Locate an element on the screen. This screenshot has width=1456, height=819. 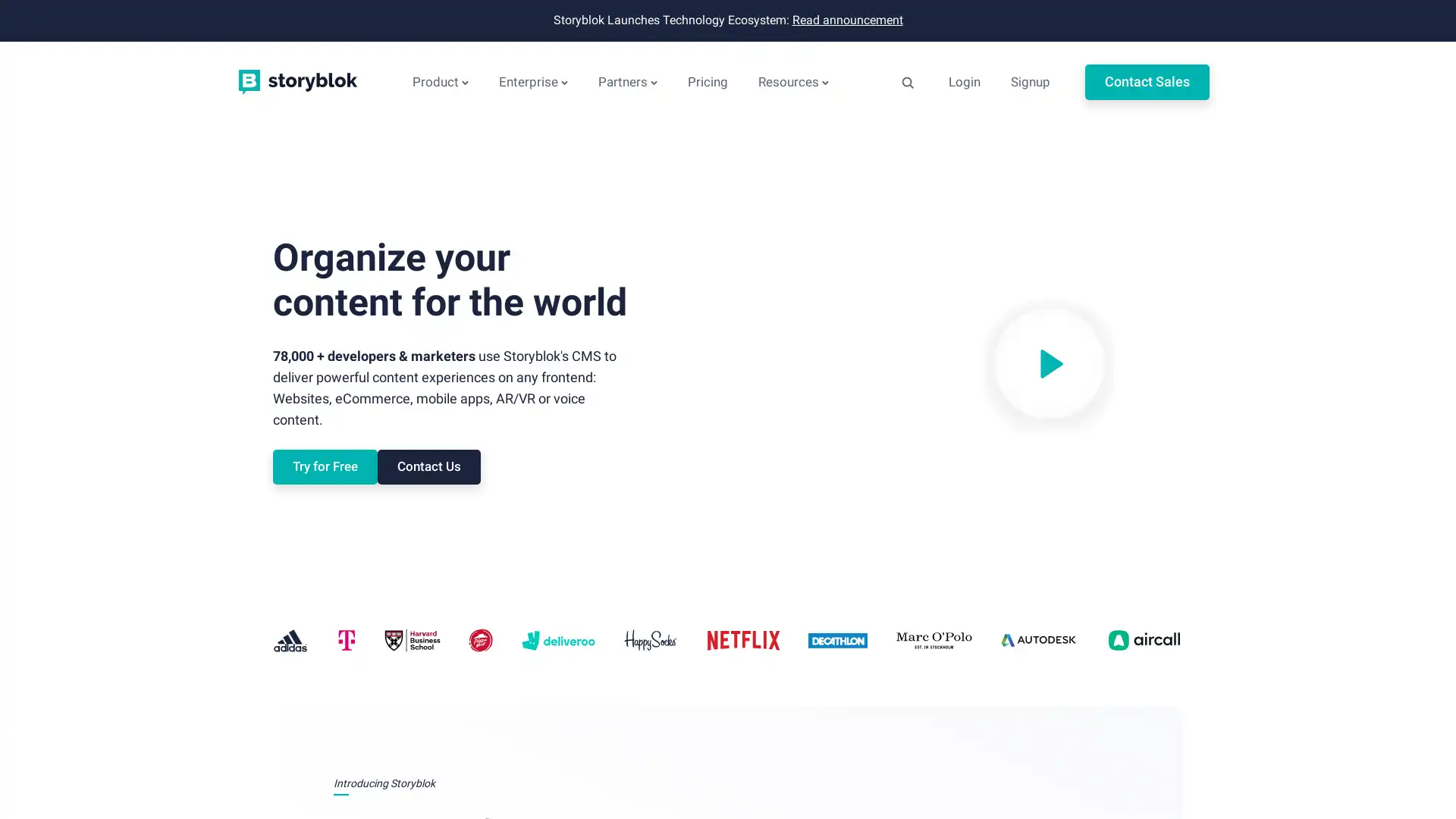
Resources is located at coordinates (792, 82).